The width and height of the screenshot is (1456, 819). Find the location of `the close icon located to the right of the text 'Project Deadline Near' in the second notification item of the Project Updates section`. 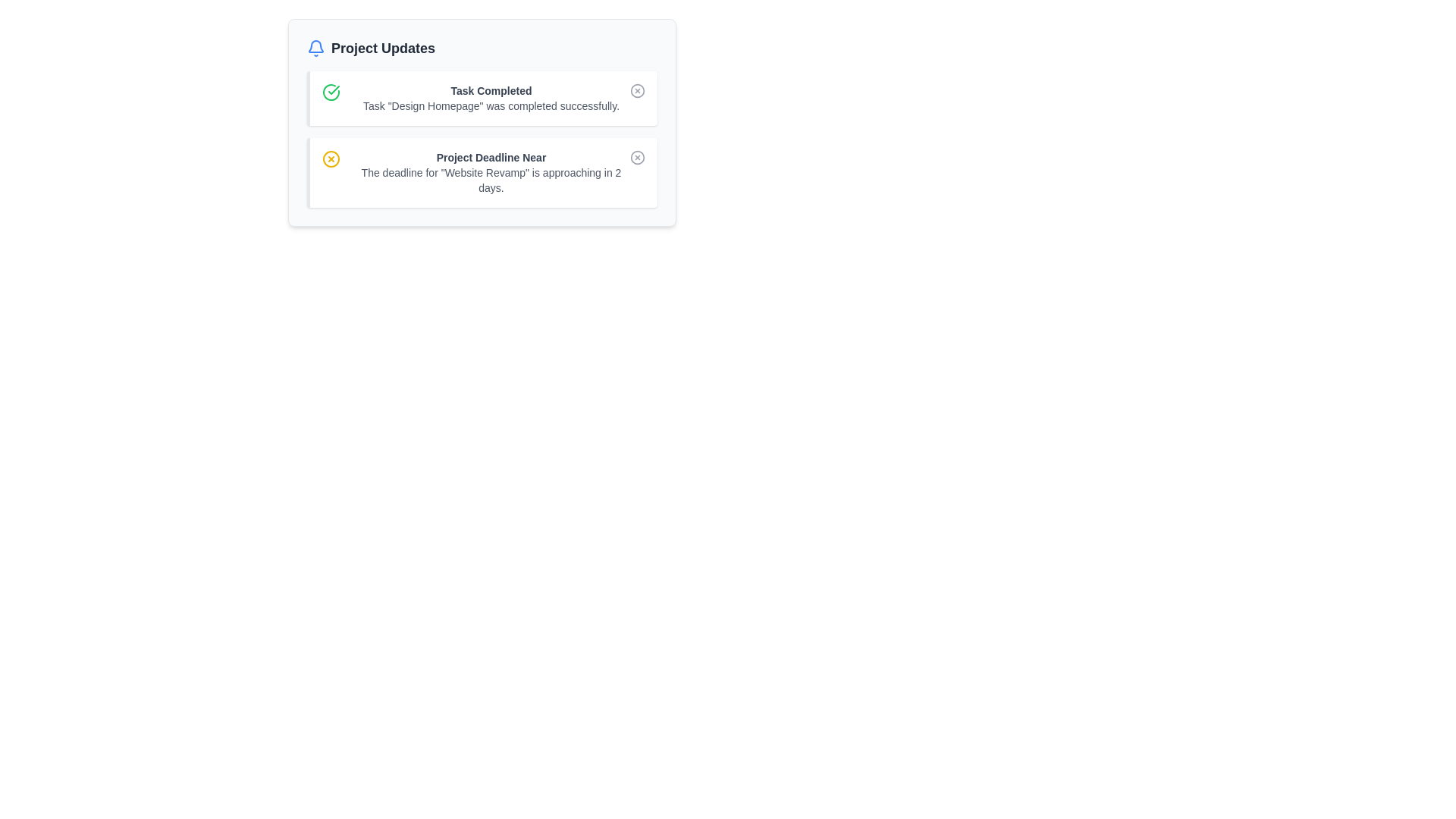

the close icon located to the right of the text 'Project Deadline Near' in the second notification item of the Project Updates section is located at coordinates (330, 158).